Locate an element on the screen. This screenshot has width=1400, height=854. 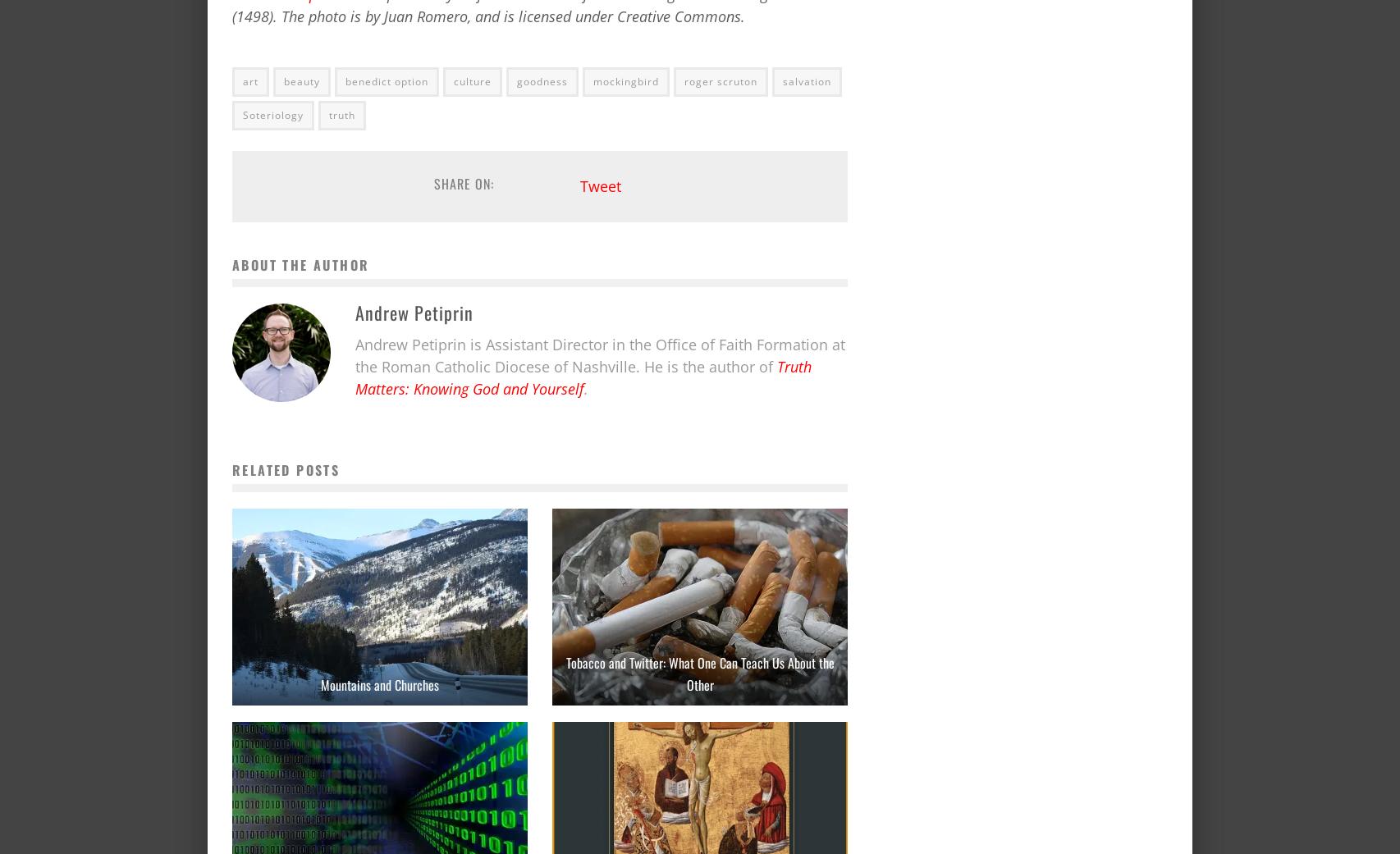
'Related Posts' is located at coordinates (286, 469).